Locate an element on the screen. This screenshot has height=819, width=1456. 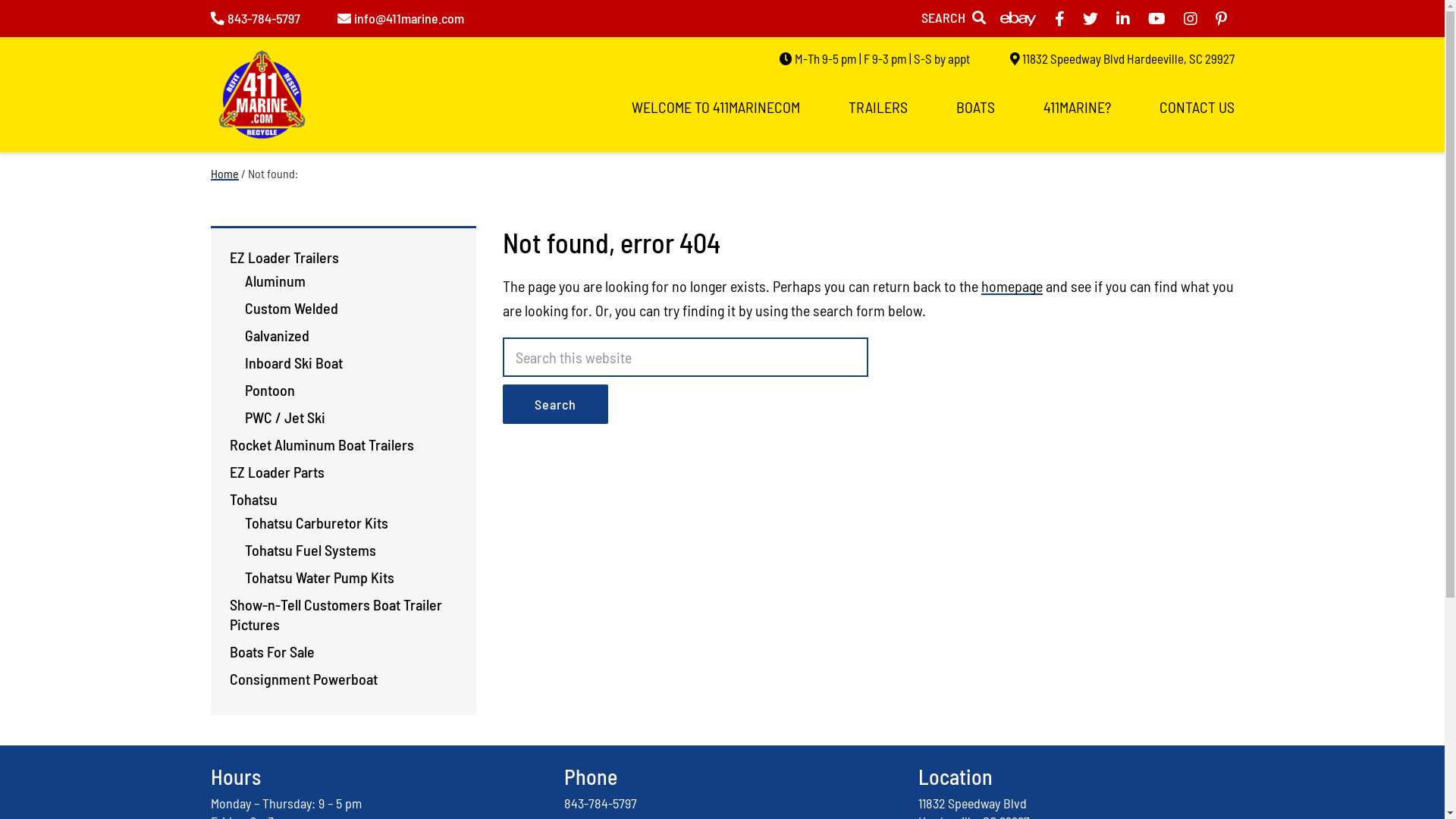
'Inboard Ski Boat' is located at coordinates (293, 362).